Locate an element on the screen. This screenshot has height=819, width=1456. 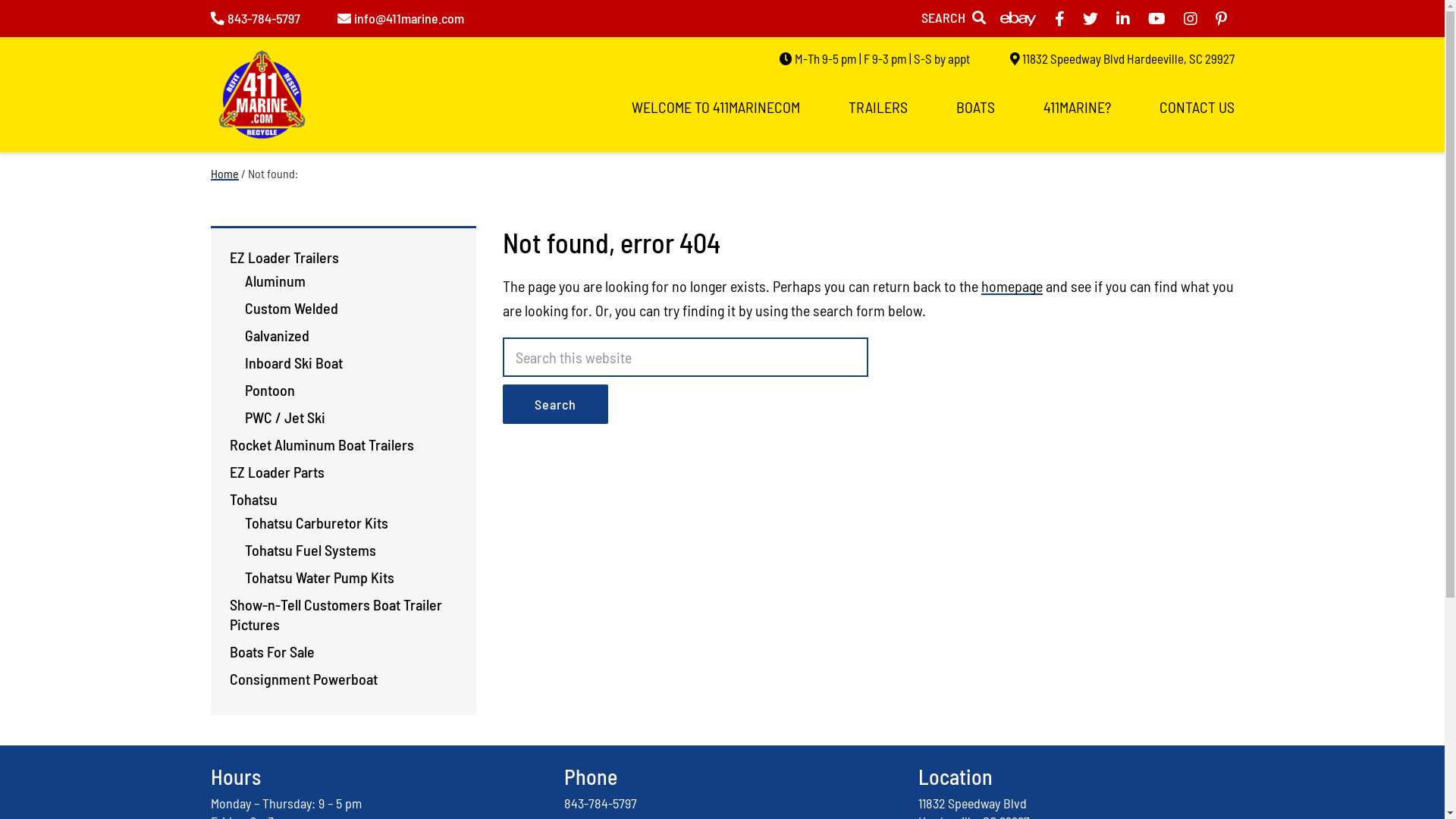
'Inboard Ski Boat' is located at coordinates (293, 362).